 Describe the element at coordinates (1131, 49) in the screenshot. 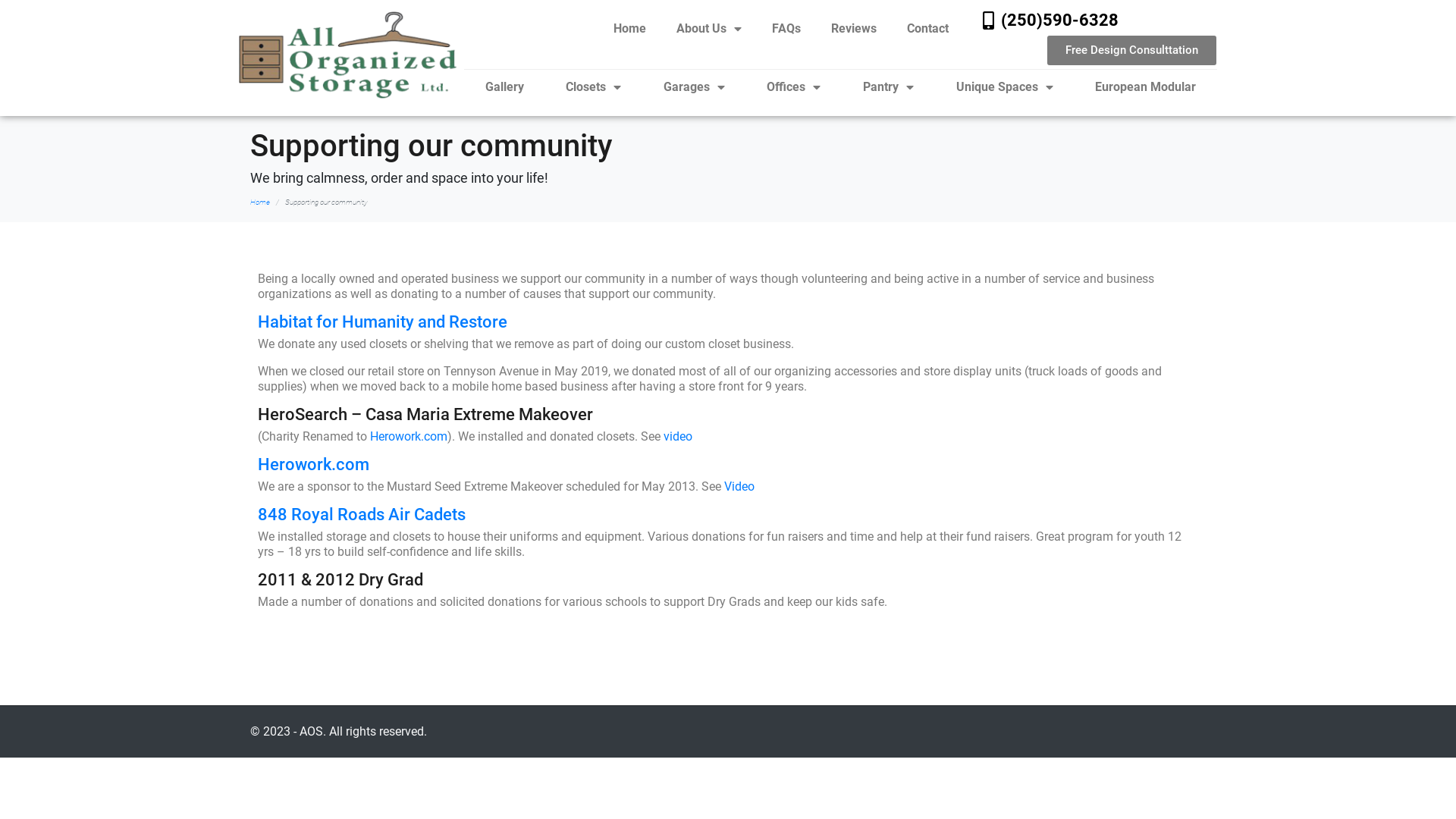

I see `'Free Design Consulttation'` at that location.